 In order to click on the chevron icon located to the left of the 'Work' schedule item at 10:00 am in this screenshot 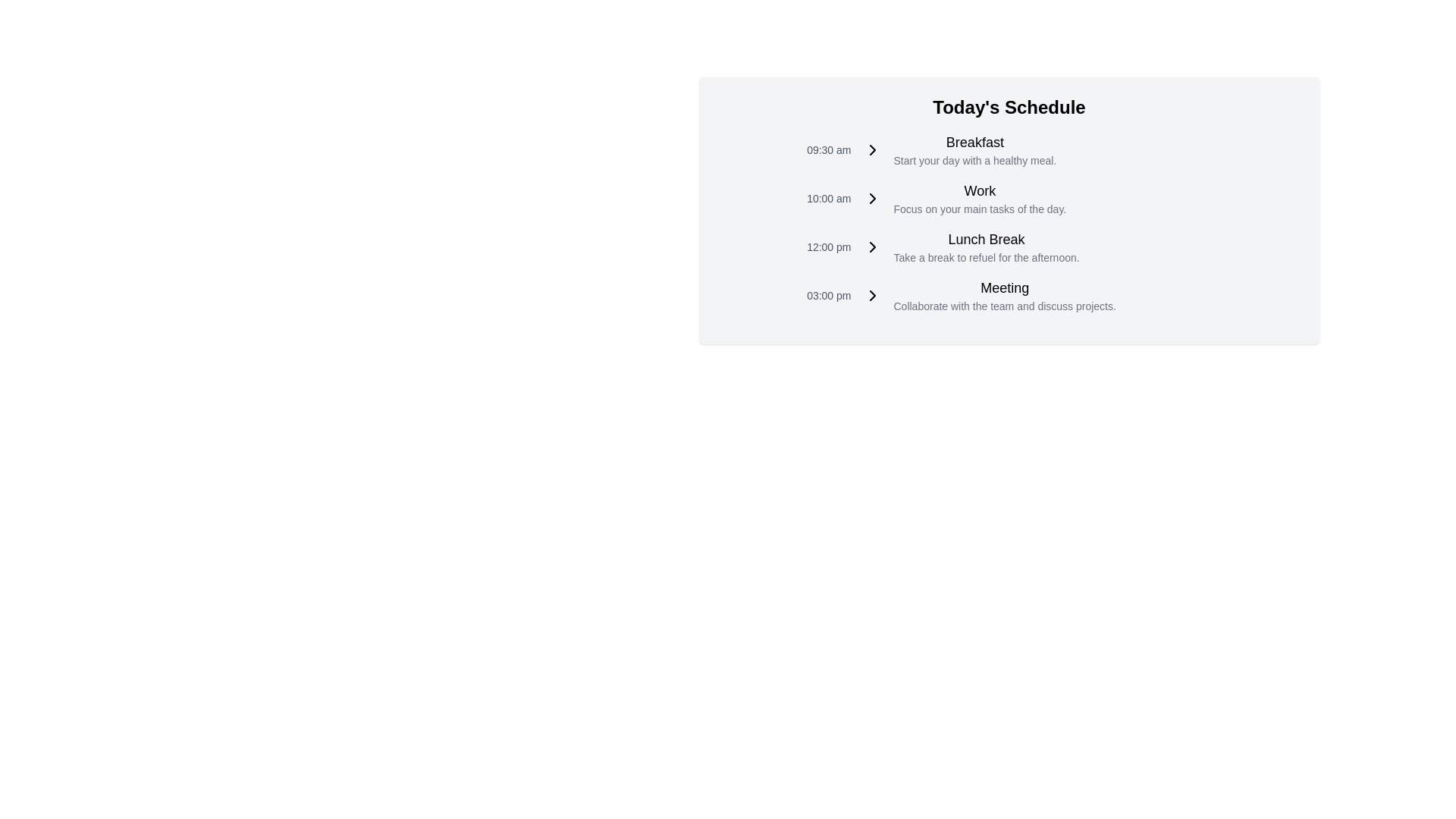, I will do `click(872, 198)`.